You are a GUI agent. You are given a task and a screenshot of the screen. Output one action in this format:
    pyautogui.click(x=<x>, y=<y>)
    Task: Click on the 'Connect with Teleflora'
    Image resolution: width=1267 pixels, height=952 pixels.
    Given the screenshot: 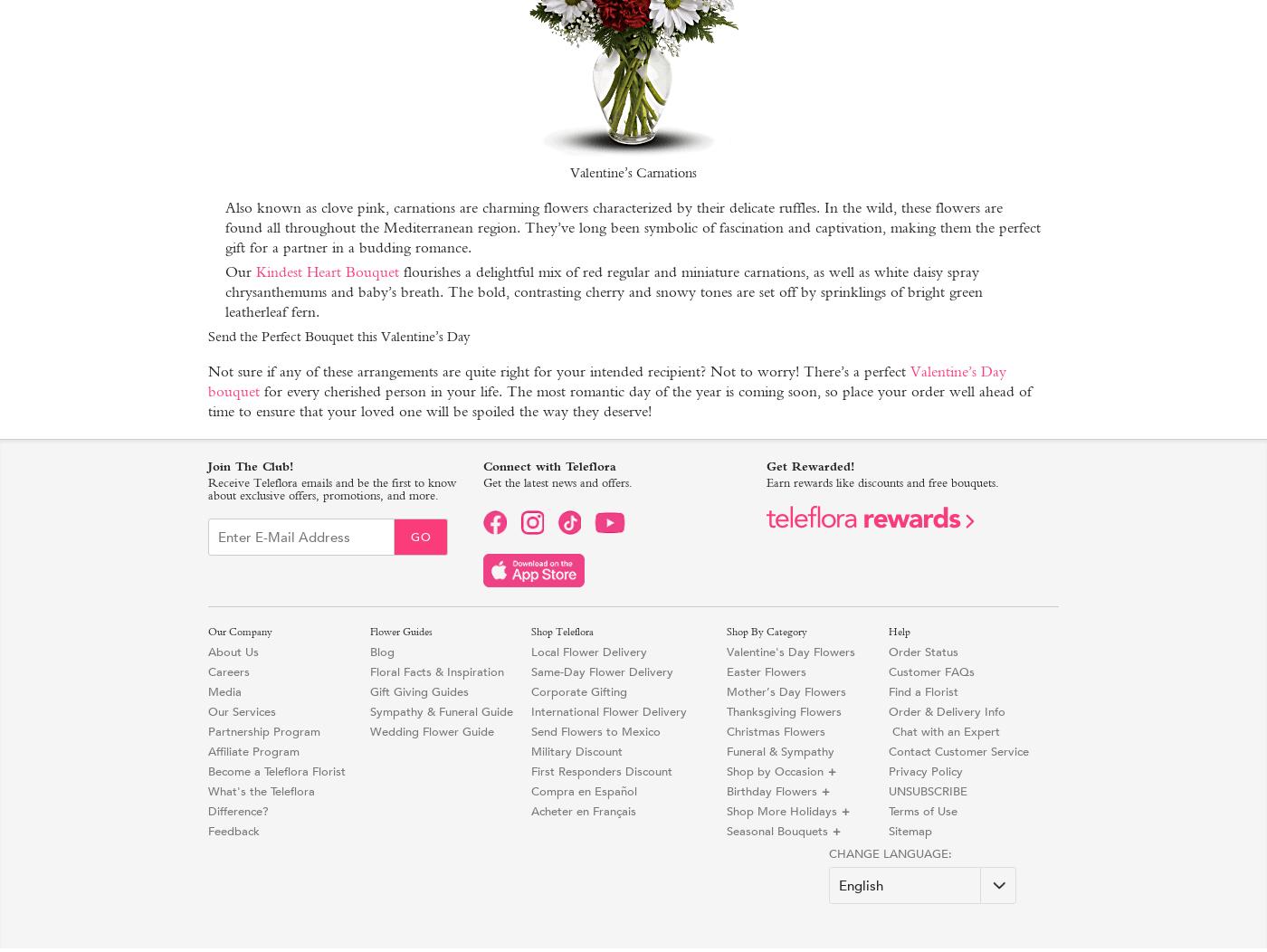 What is the action you would take?
    pyautogui.click(x=481, y=465)
    